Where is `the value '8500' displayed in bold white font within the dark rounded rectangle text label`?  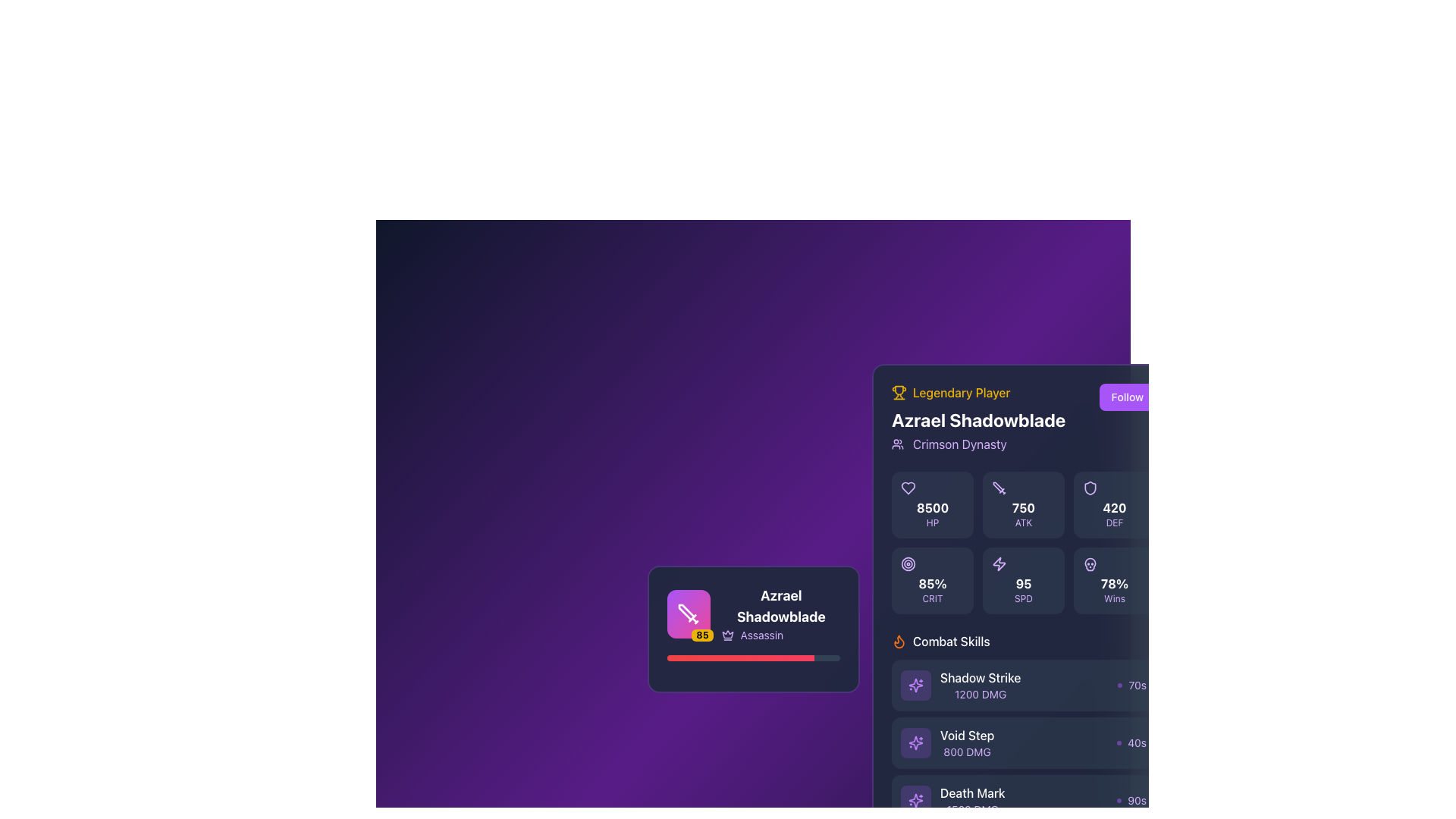
the value '8500' displayed in bold white font within the dark rounded rectangle text label is located at coordinates (931, 508).